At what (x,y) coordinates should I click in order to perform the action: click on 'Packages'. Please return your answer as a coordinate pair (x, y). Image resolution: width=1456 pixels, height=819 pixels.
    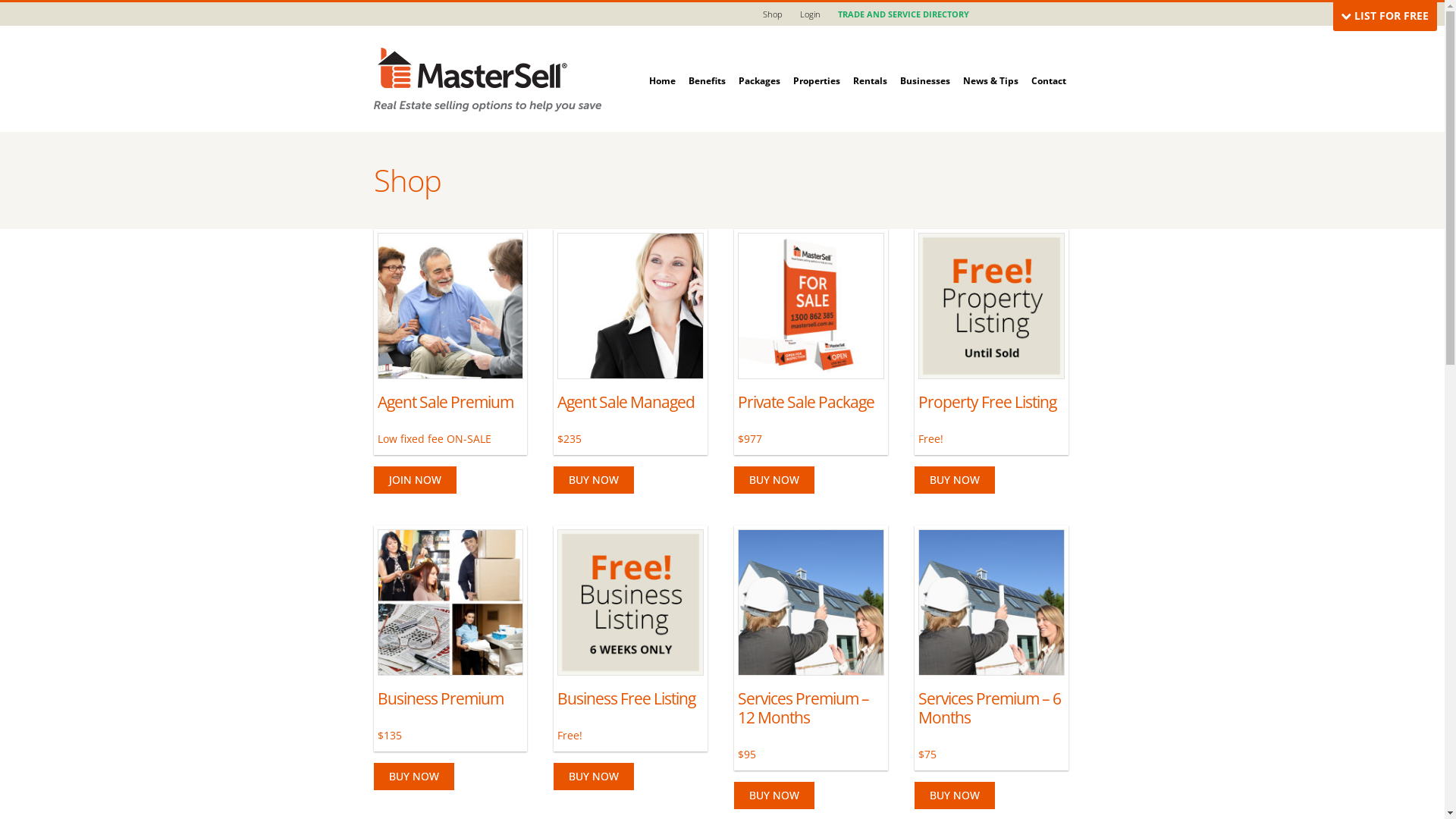
    Looking at the image, I should click on (759, 64).